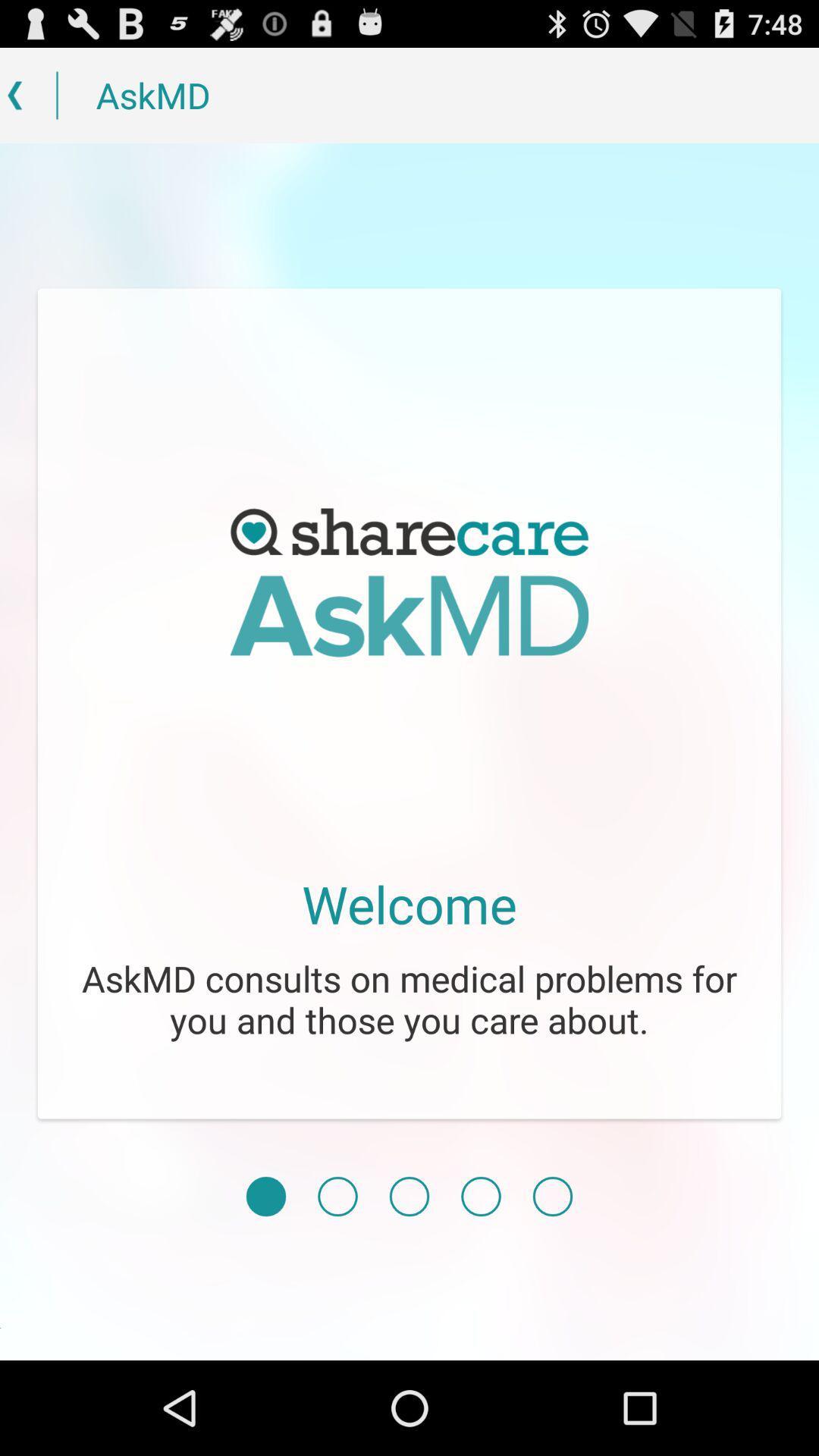  What do you see at coordinates (337, 1196) in the screenshot?
I see `item below the askmd consults on item` at bounding box center [337, 1196].